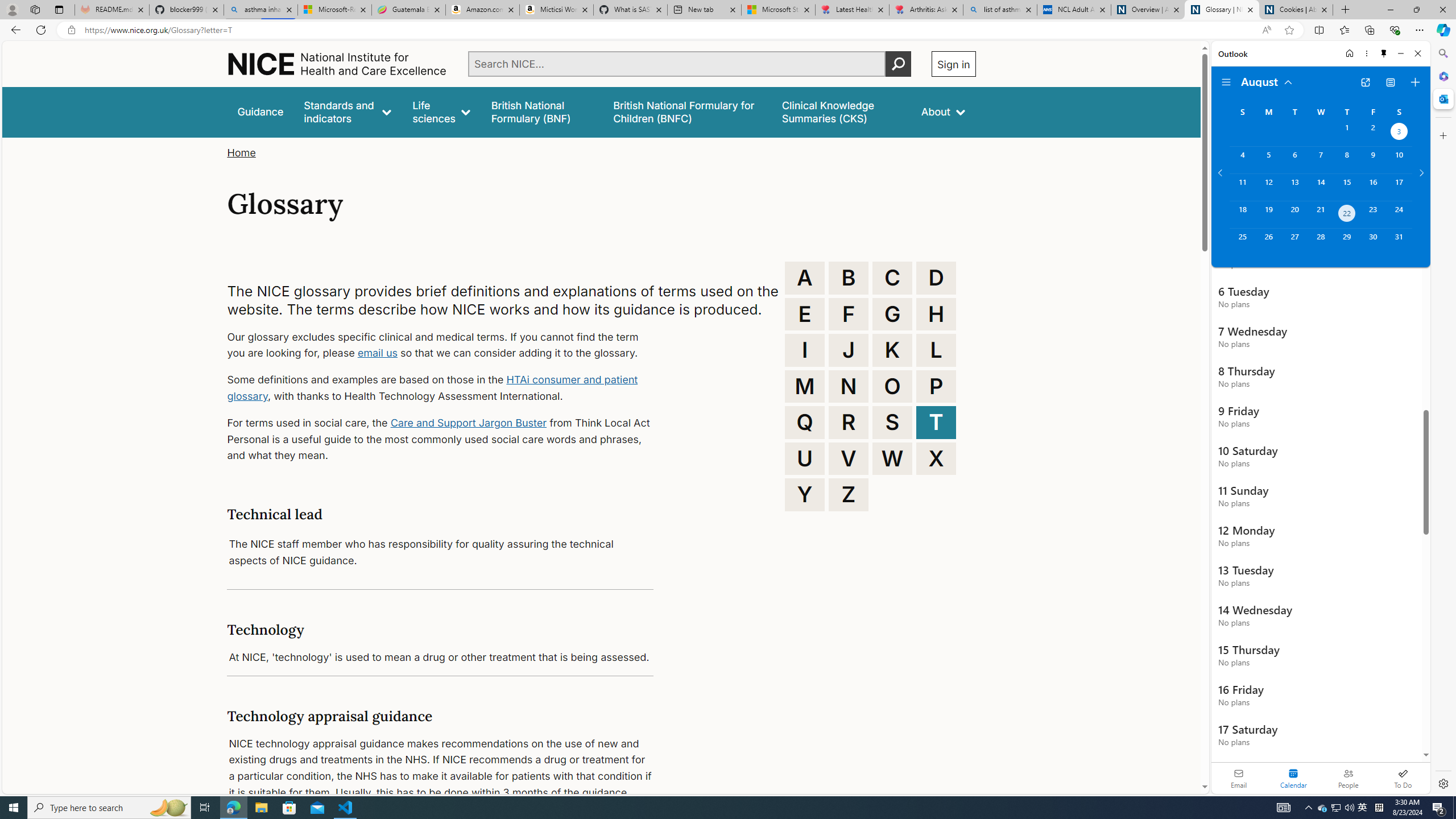  Describe the element at coordinates (1296, 9) in the screenshot. I see `'Cookies | About | NICE'` at that location.